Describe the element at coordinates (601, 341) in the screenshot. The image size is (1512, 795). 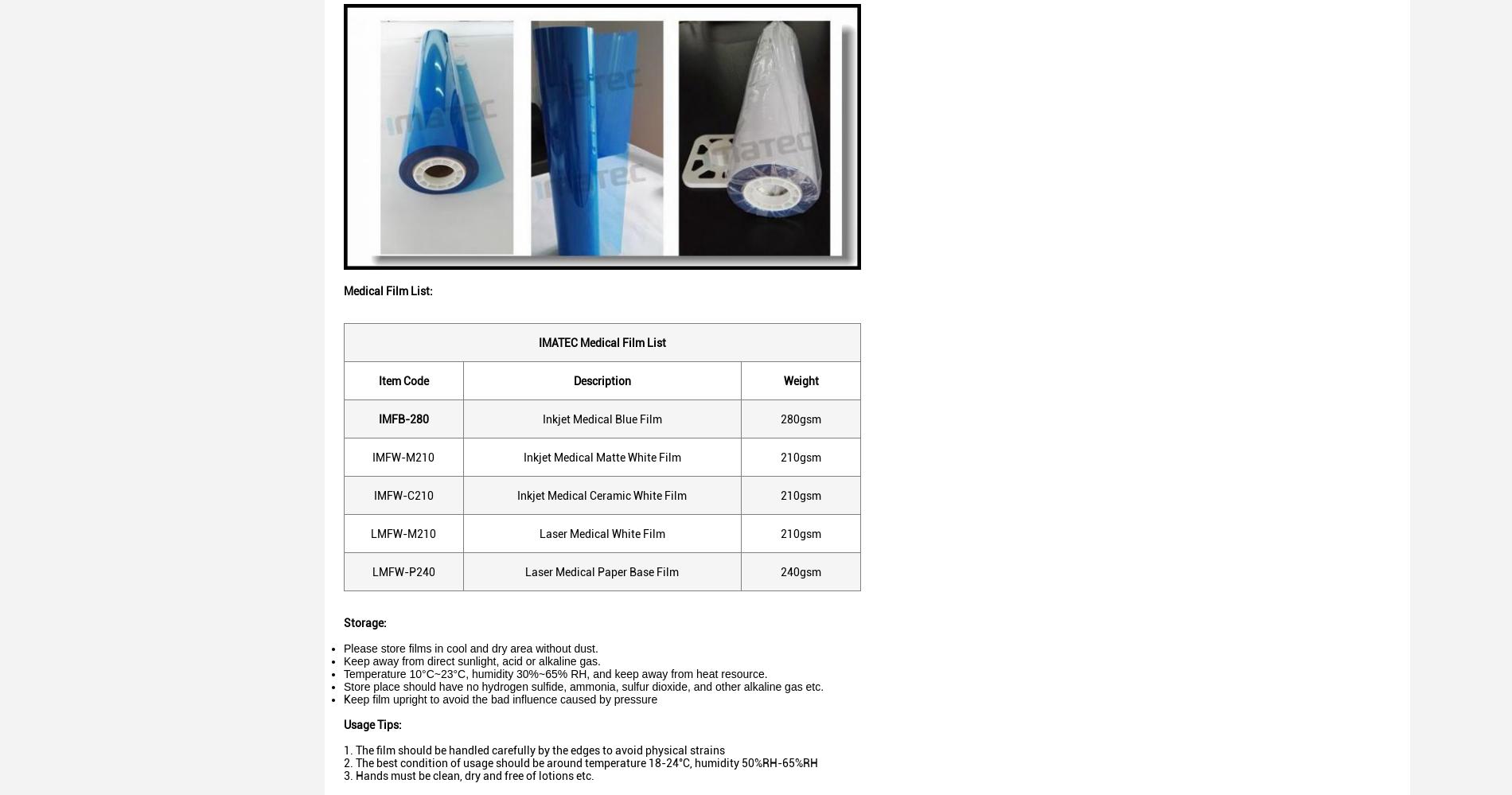
I see `'IMATEC Medical Film List'` at that location.